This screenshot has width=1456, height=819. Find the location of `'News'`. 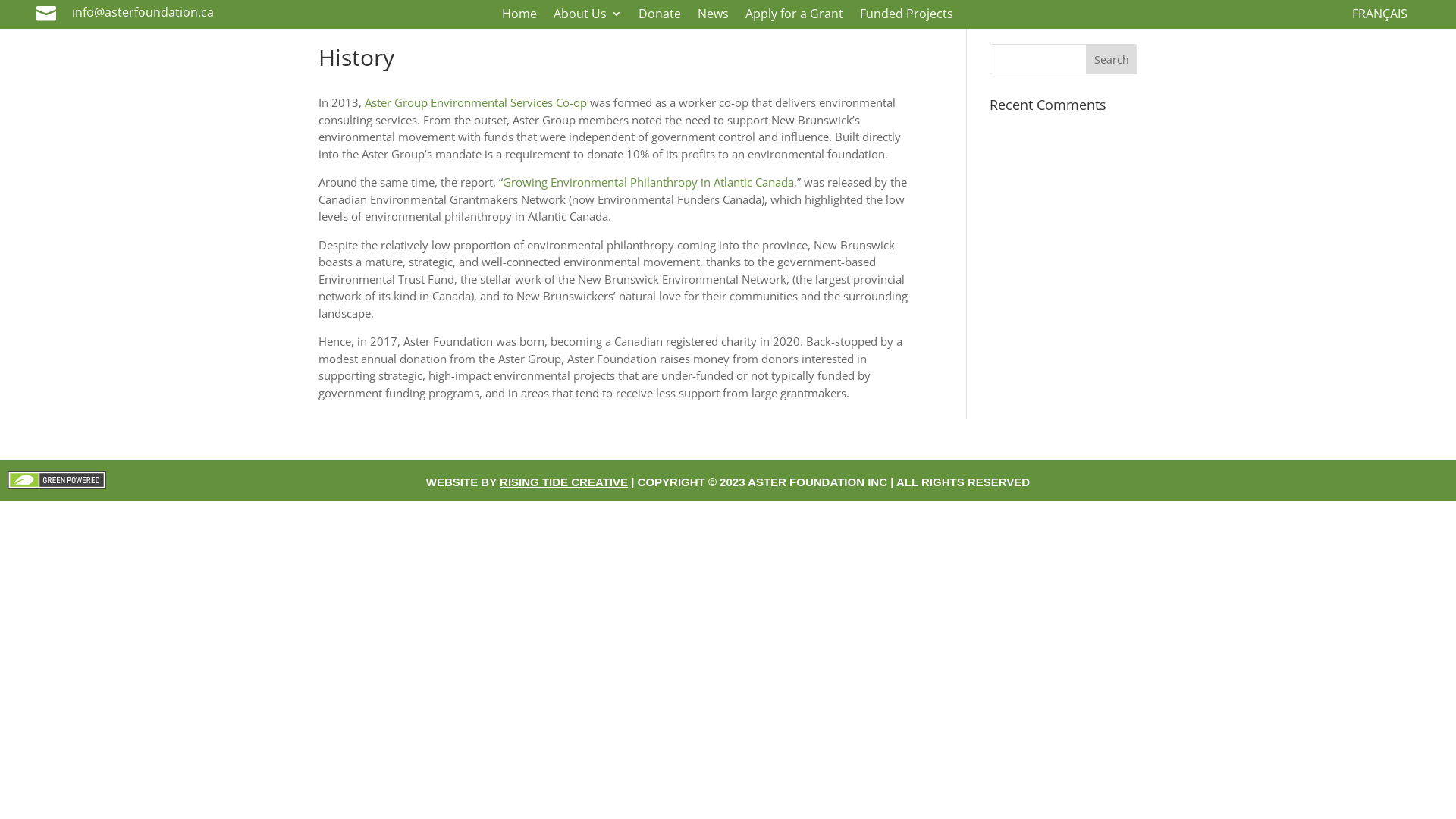

'News' is located at coordinates (712, 17).